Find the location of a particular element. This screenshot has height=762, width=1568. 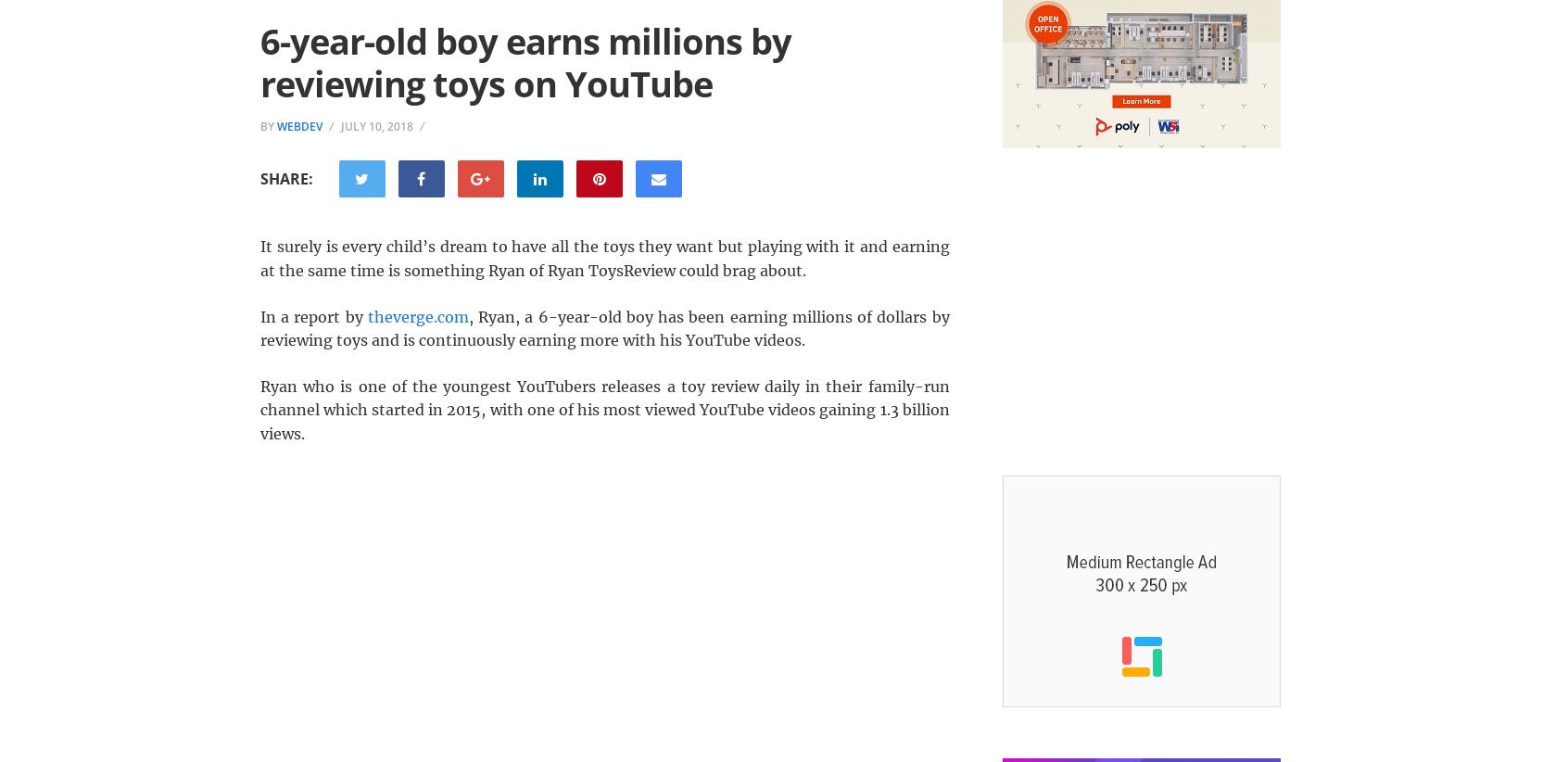

'6-year-old boy earns millions by reviewing toys on YouTube' is located at coordinates (525, 61).